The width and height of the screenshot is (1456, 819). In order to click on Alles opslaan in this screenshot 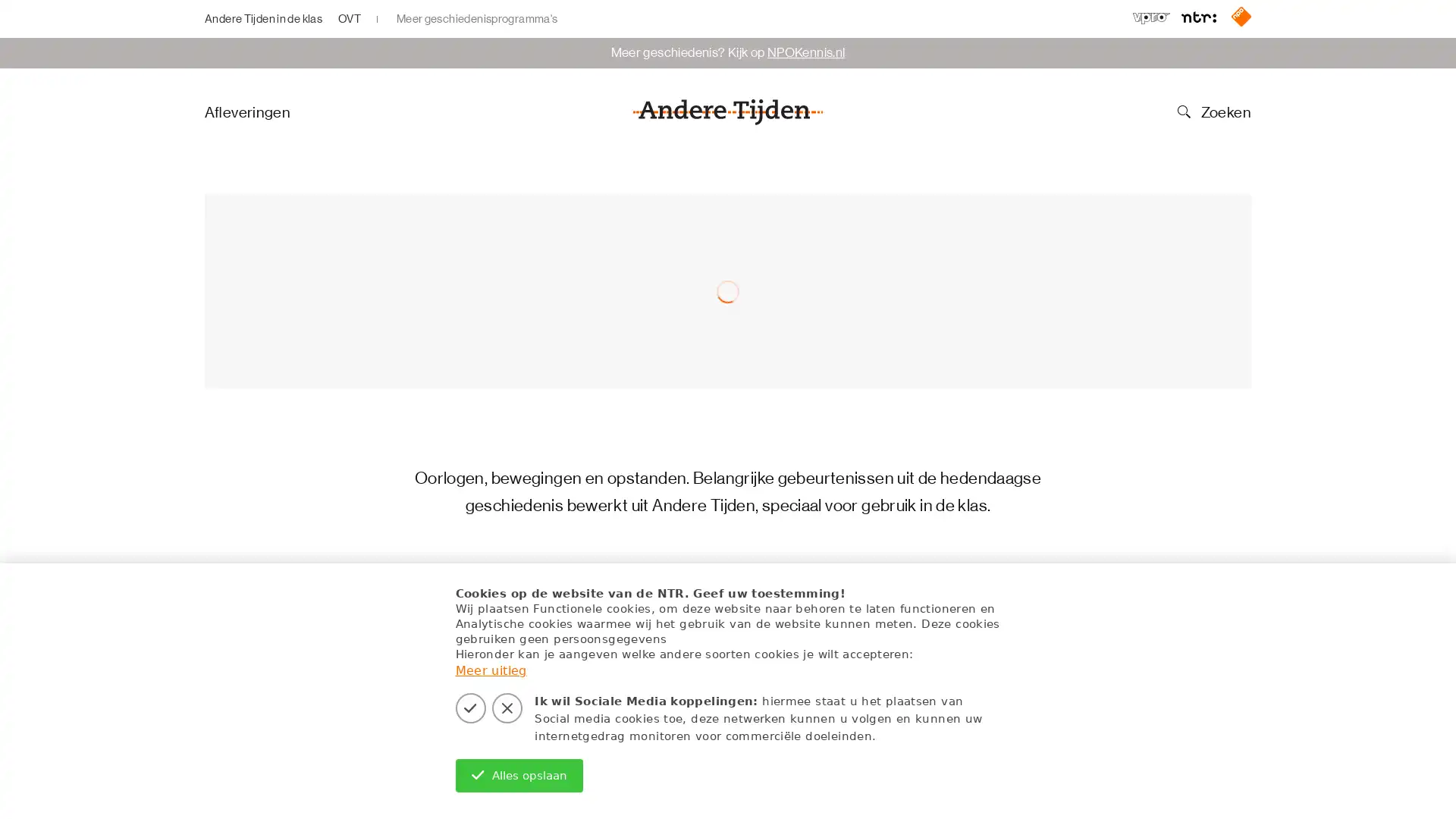, I will do `click(519, 775)`.